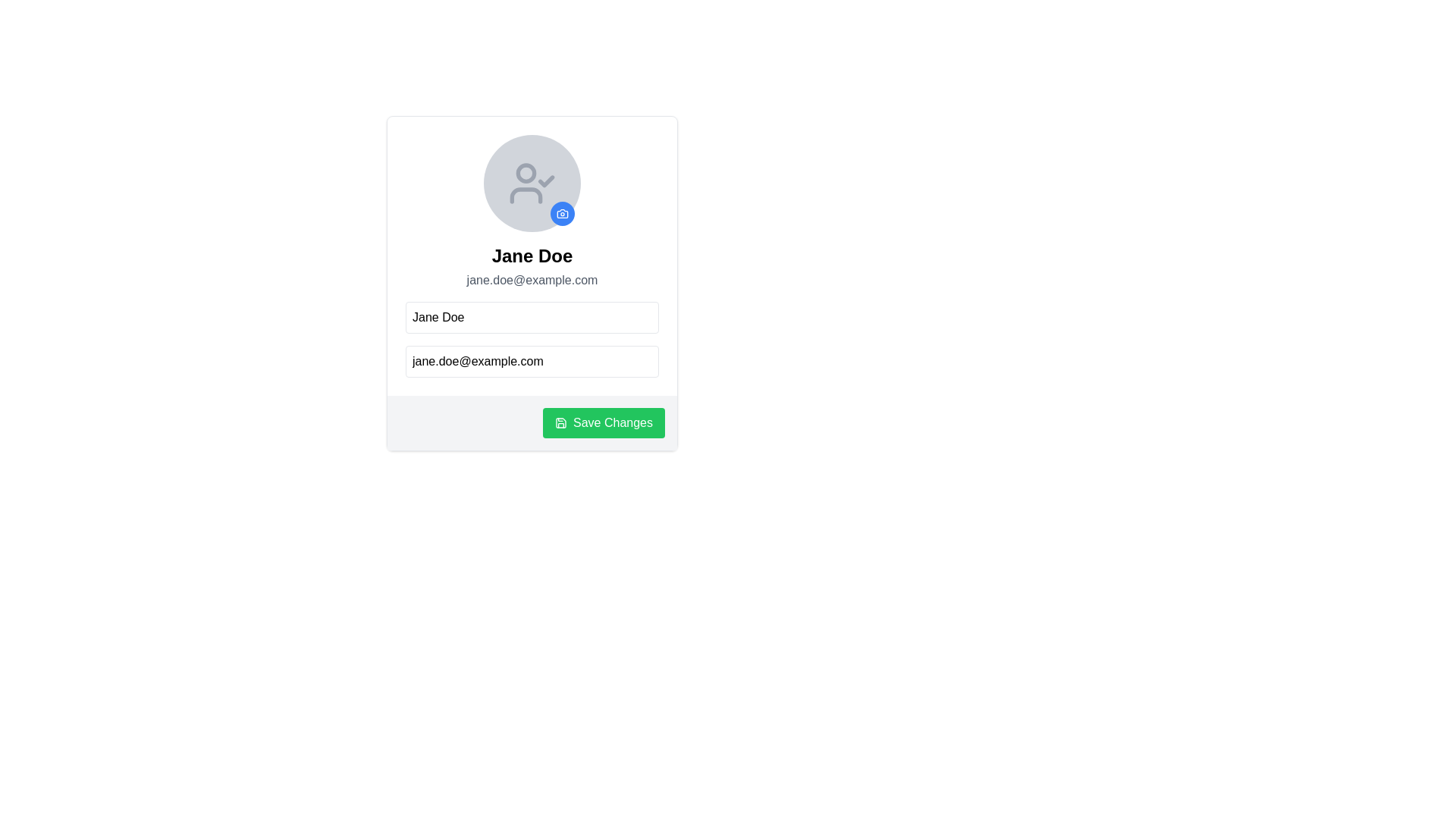  What do you see at coordinates (526, 171) in the screenshot?
I see `the small circular icon that is part of the user profile avatar located at the top section of the display panel` at bounding box center [526, 171].